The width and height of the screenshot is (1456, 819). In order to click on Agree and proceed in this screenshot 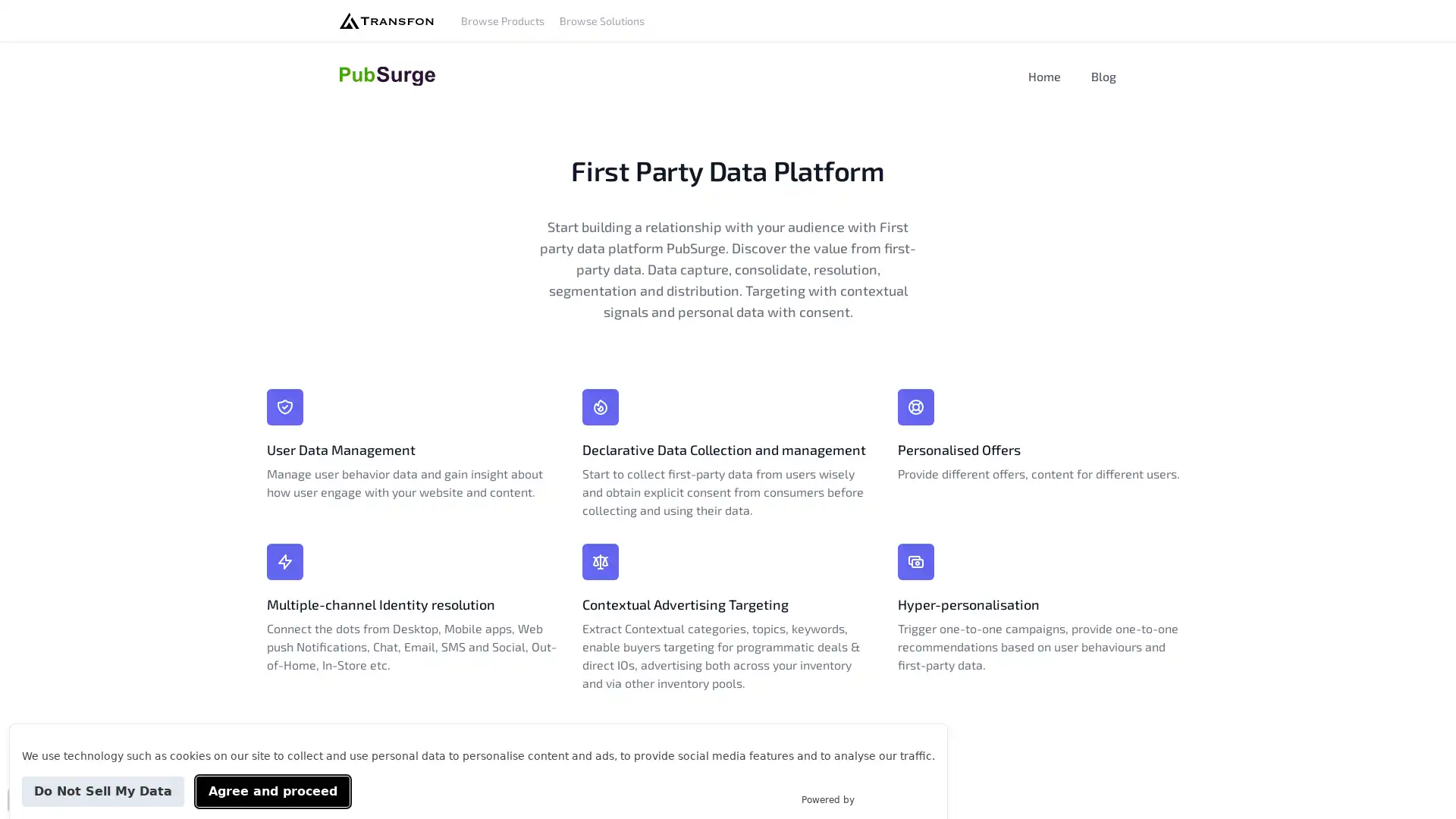, I will do `click(273, 791)`.